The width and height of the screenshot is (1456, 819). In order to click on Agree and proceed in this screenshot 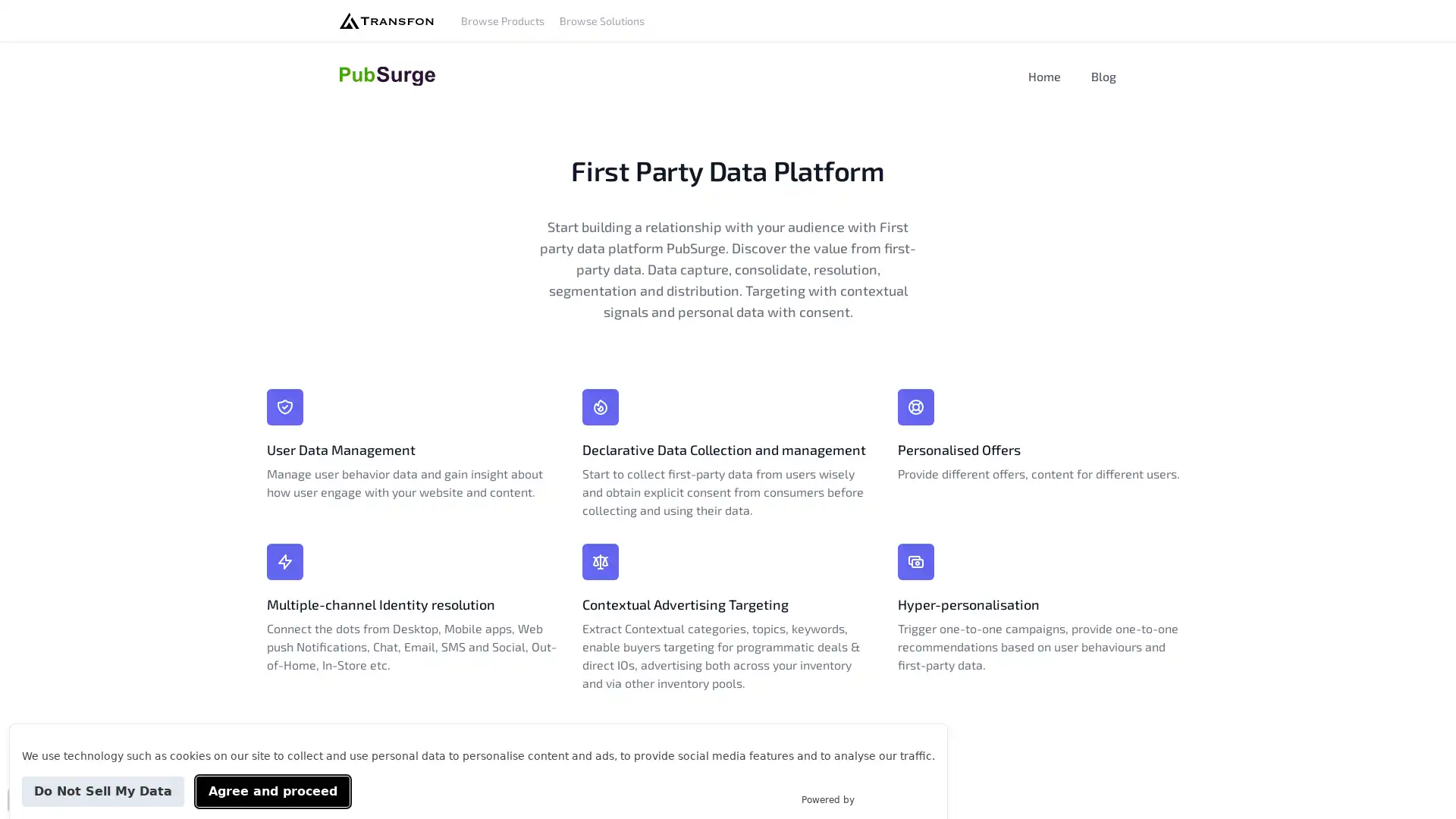, I will do `click(273, 791)`.